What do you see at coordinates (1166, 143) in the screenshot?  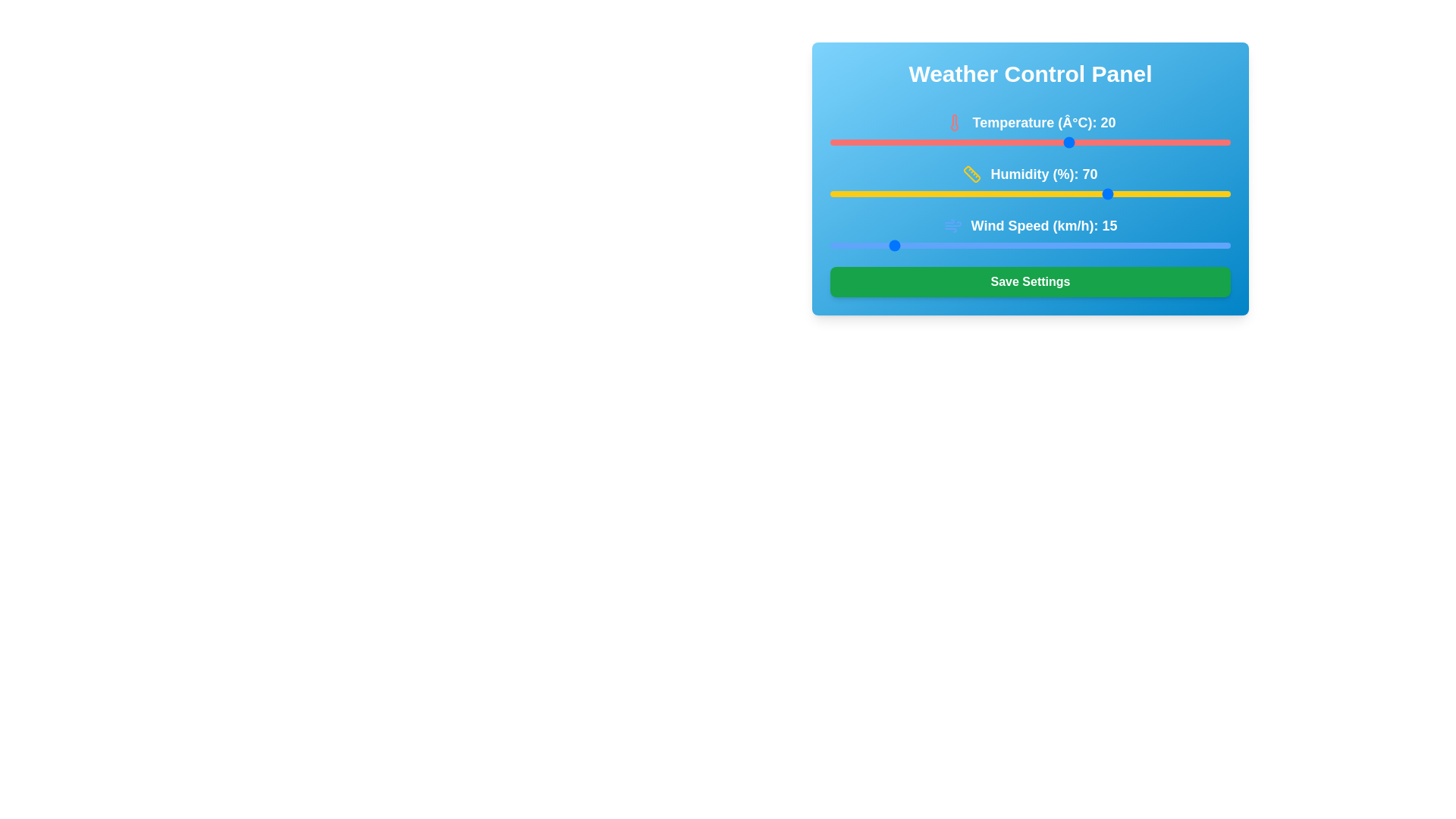 I see `the temperature slider` at bounding box center [1166, 143].